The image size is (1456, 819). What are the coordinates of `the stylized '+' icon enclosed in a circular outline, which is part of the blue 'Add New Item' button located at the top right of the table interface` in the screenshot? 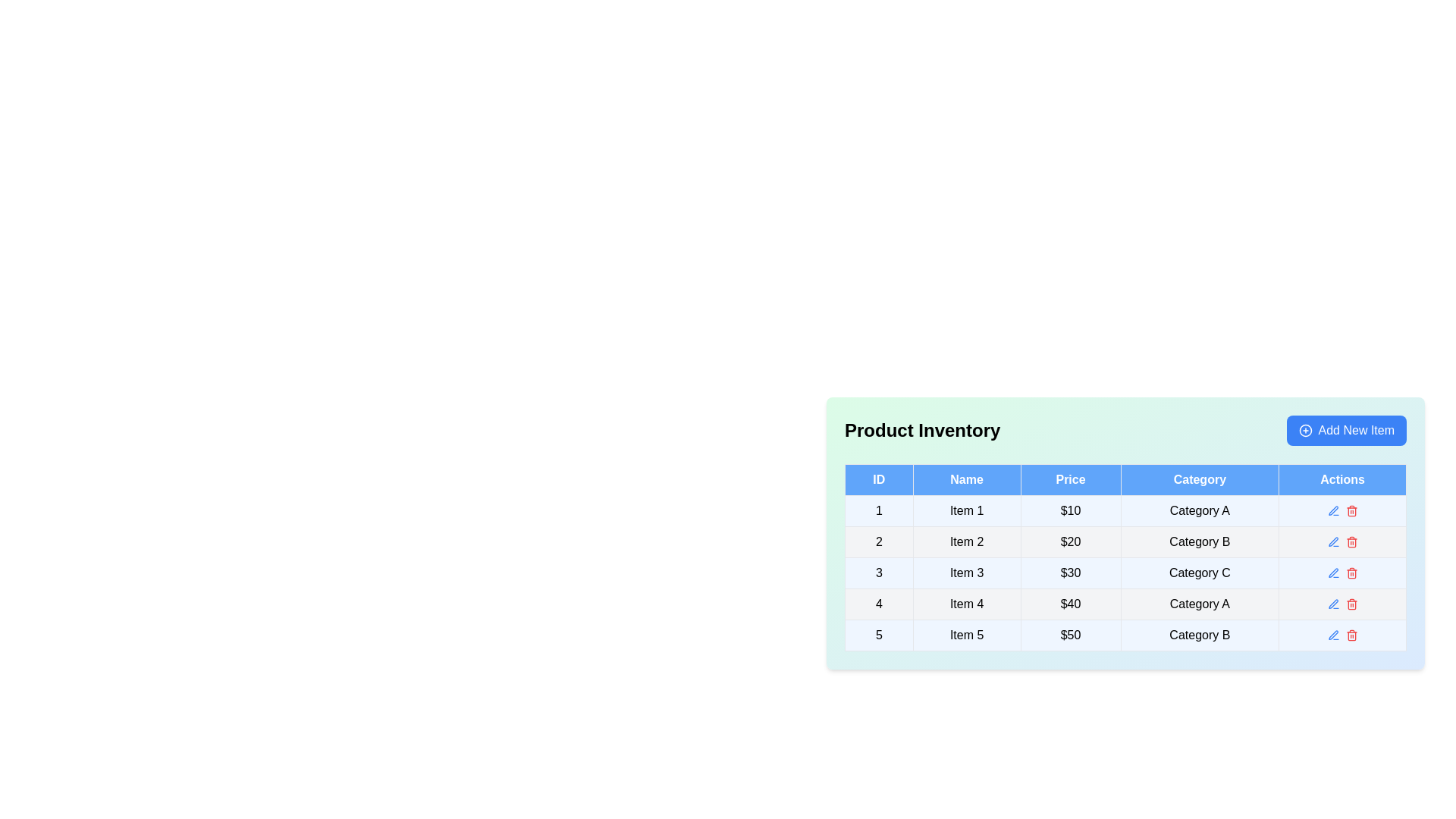 It's located at (1304, 430).